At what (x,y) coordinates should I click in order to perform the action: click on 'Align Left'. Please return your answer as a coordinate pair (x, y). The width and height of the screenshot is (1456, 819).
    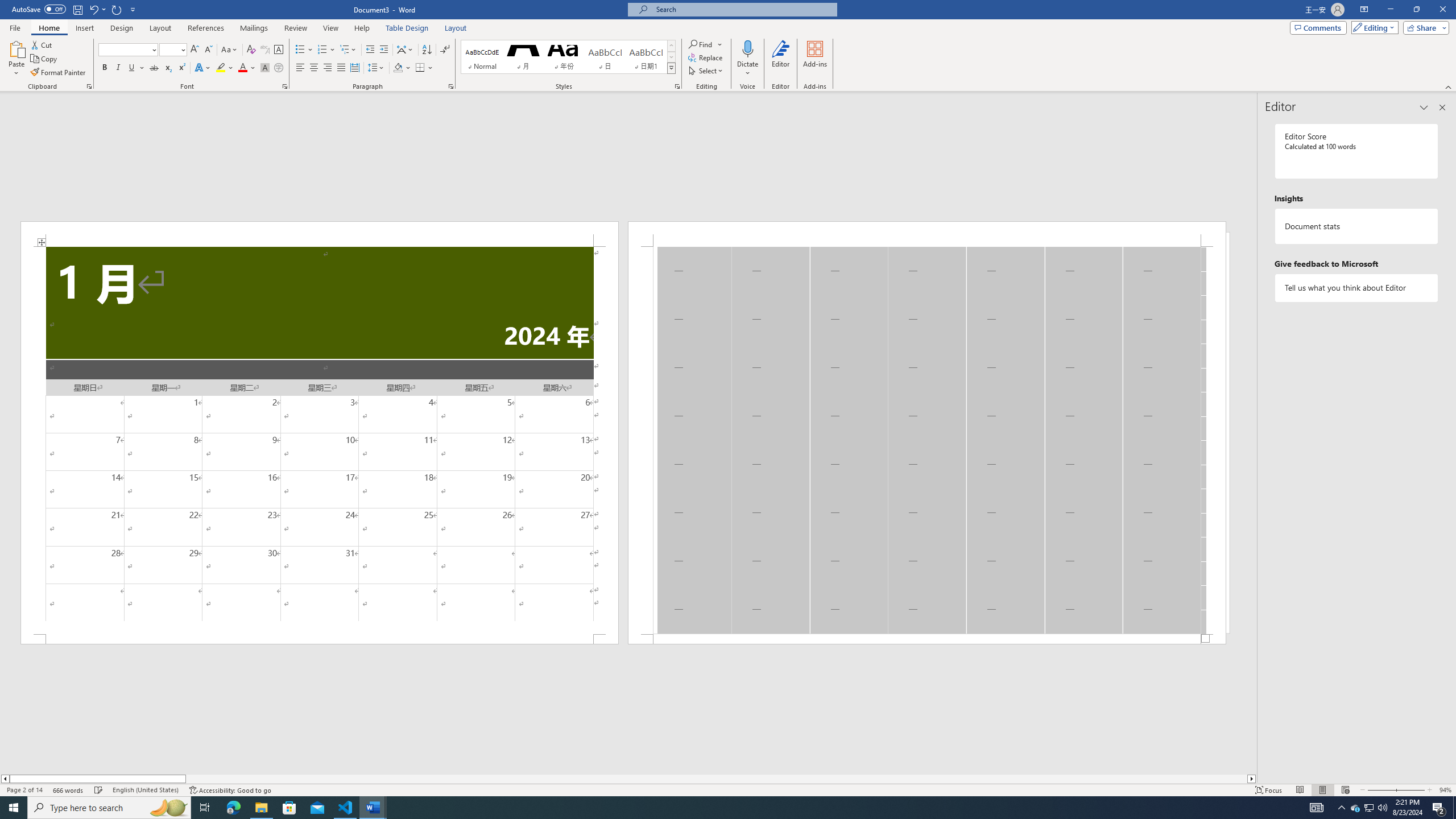
    Looking at the image, I should click on (300, 67).